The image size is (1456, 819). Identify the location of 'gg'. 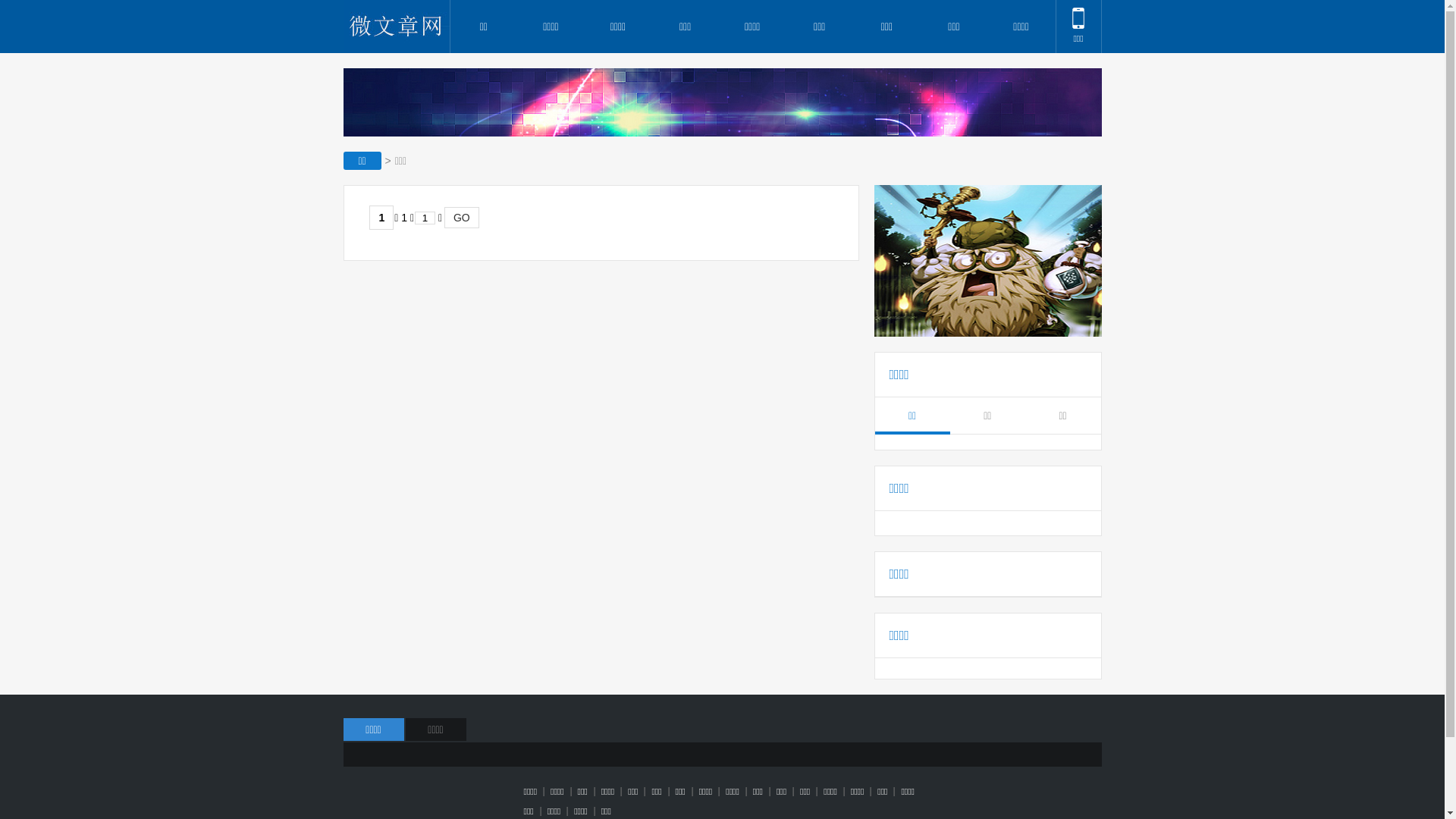
(987, 259).